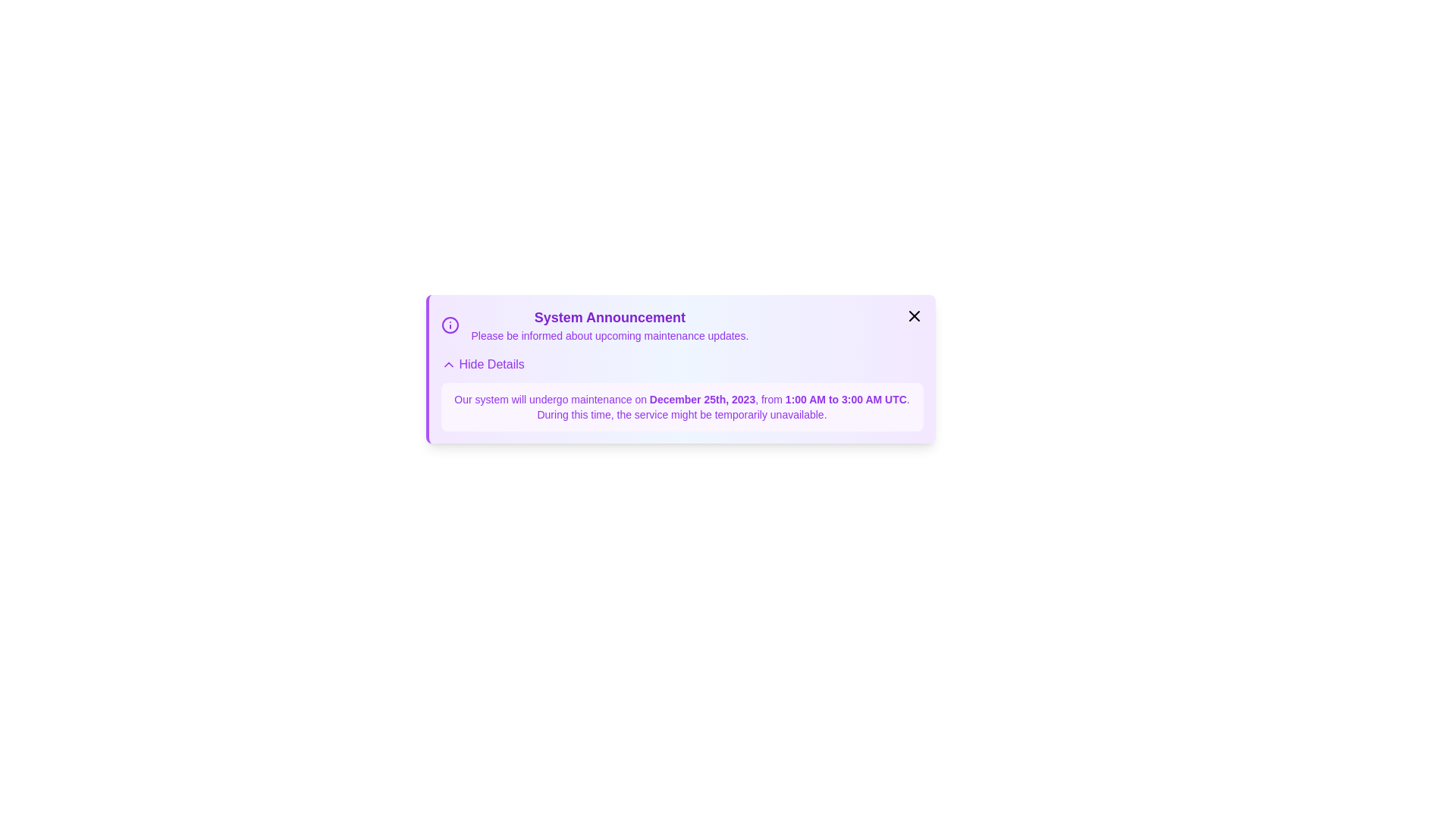 The height and width of the screenshot is (819, 1456). I want to click on the Notification box that informs users about planned system maintenance, so click(679, 369).